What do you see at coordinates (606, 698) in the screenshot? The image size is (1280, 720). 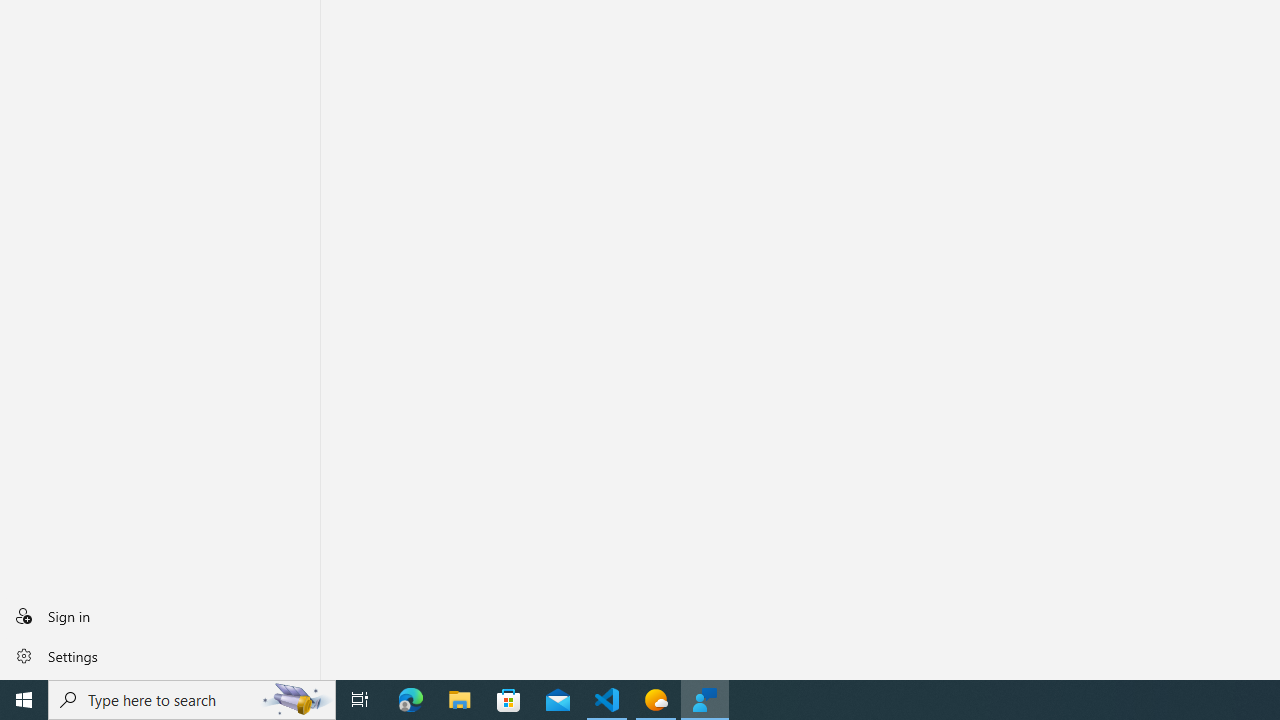 I see `'Visual Studio Code - 1 running window'` at bounding box center [606, 698].